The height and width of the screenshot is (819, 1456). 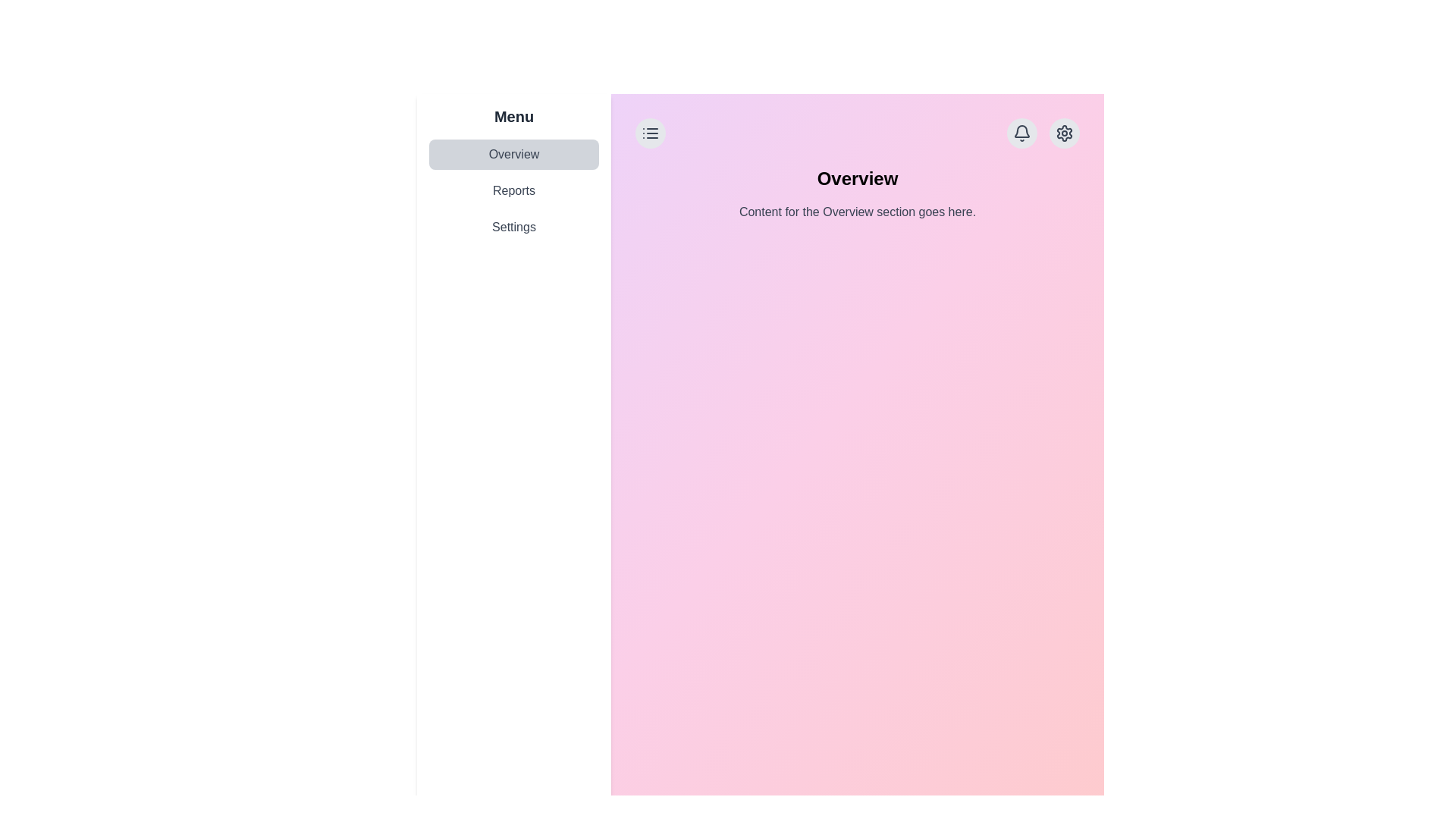 What do you see at coordinates (858, 177) in the screenshot?
I see `text 'Overview' displayed prominently in bold font at the upper middle section of the content area, above the smaller text block` at bounding box center [858, 177].